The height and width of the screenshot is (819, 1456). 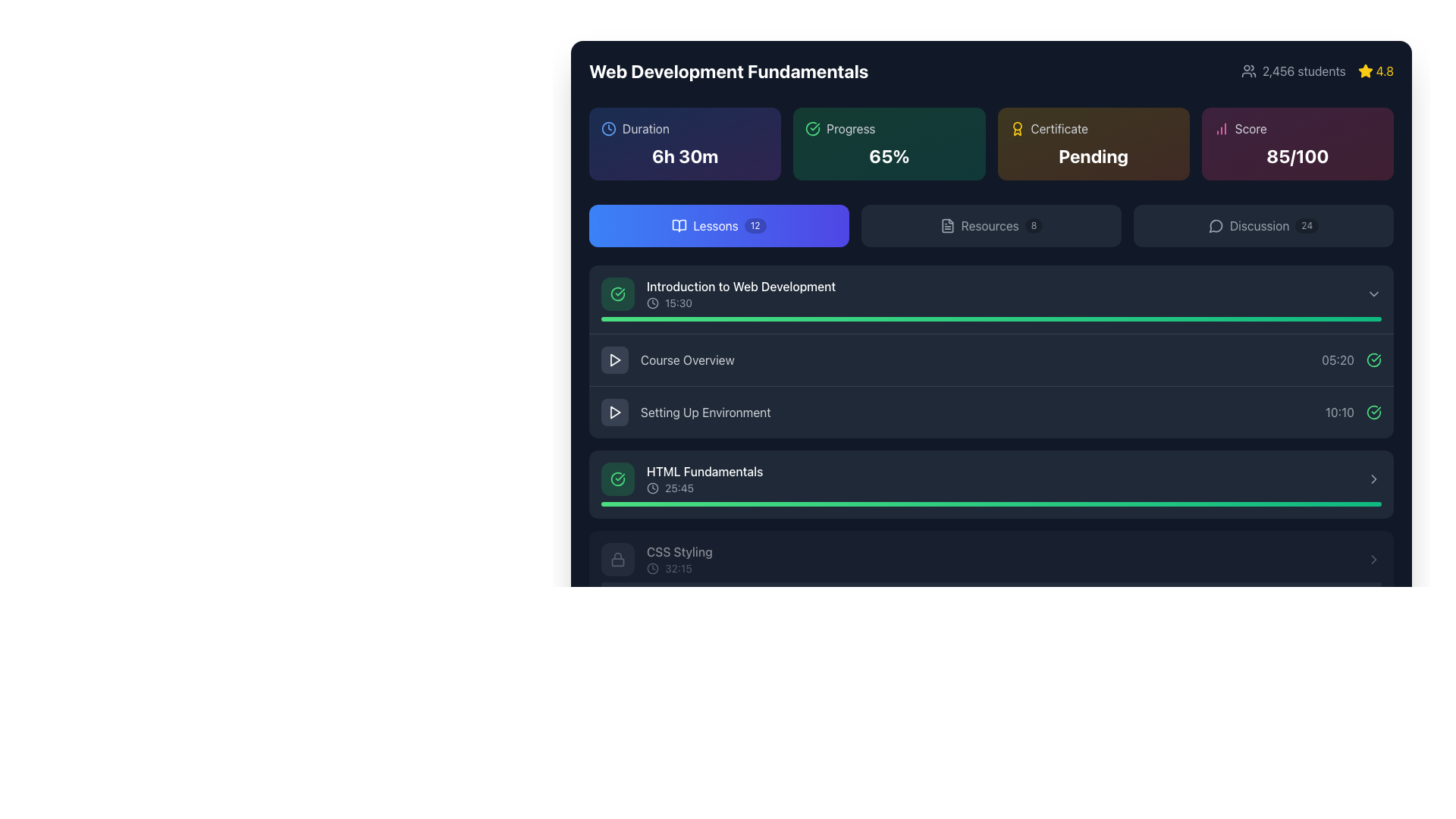 I want to click on the icon representing the count of students, located at the top-right corner of the interface, preceding the text '2,456 students', so click(x=1248, y=71).